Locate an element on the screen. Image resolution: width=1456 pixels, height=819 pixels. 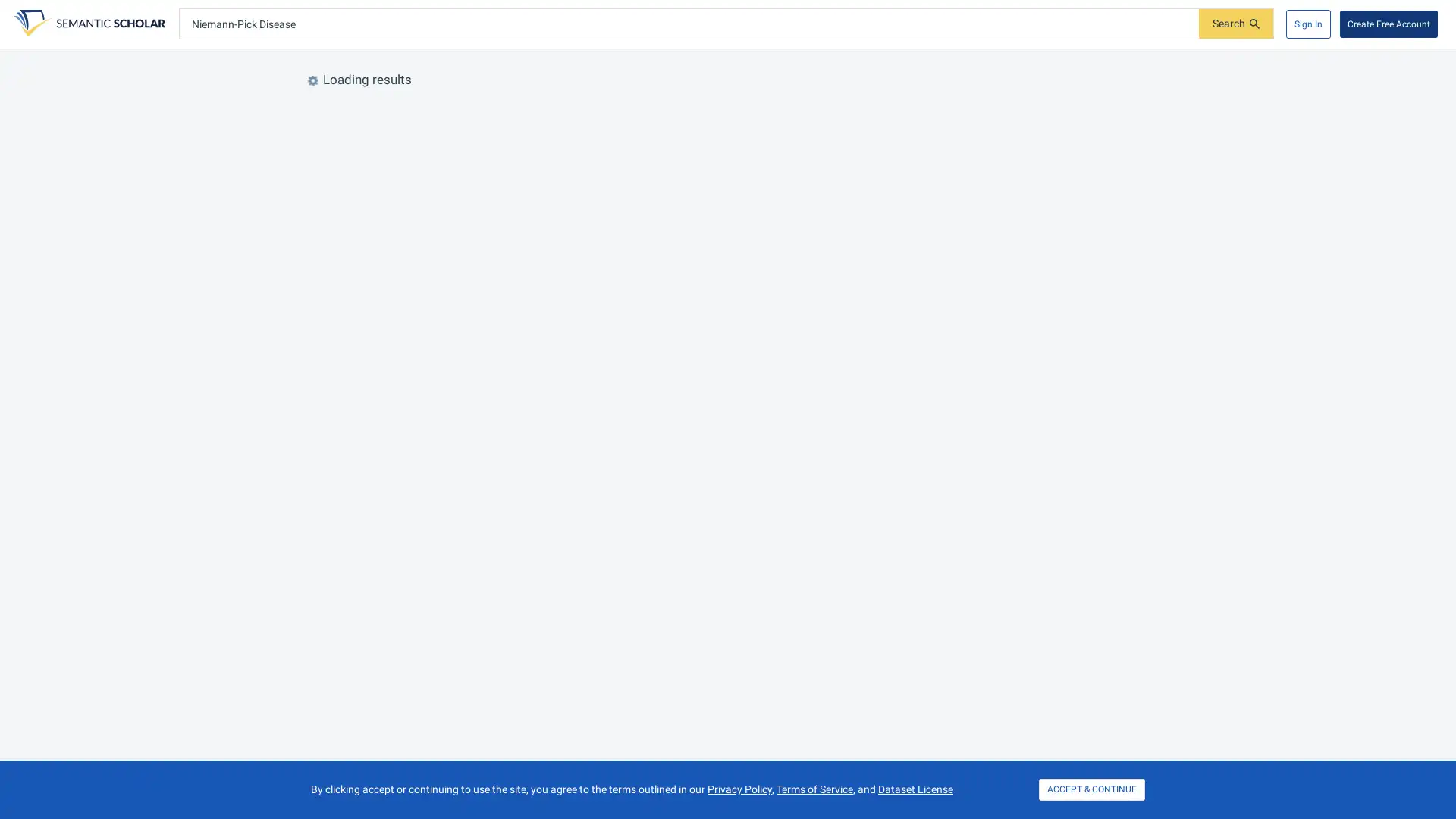
Create Free Account is located at coordinates (1389, 24).